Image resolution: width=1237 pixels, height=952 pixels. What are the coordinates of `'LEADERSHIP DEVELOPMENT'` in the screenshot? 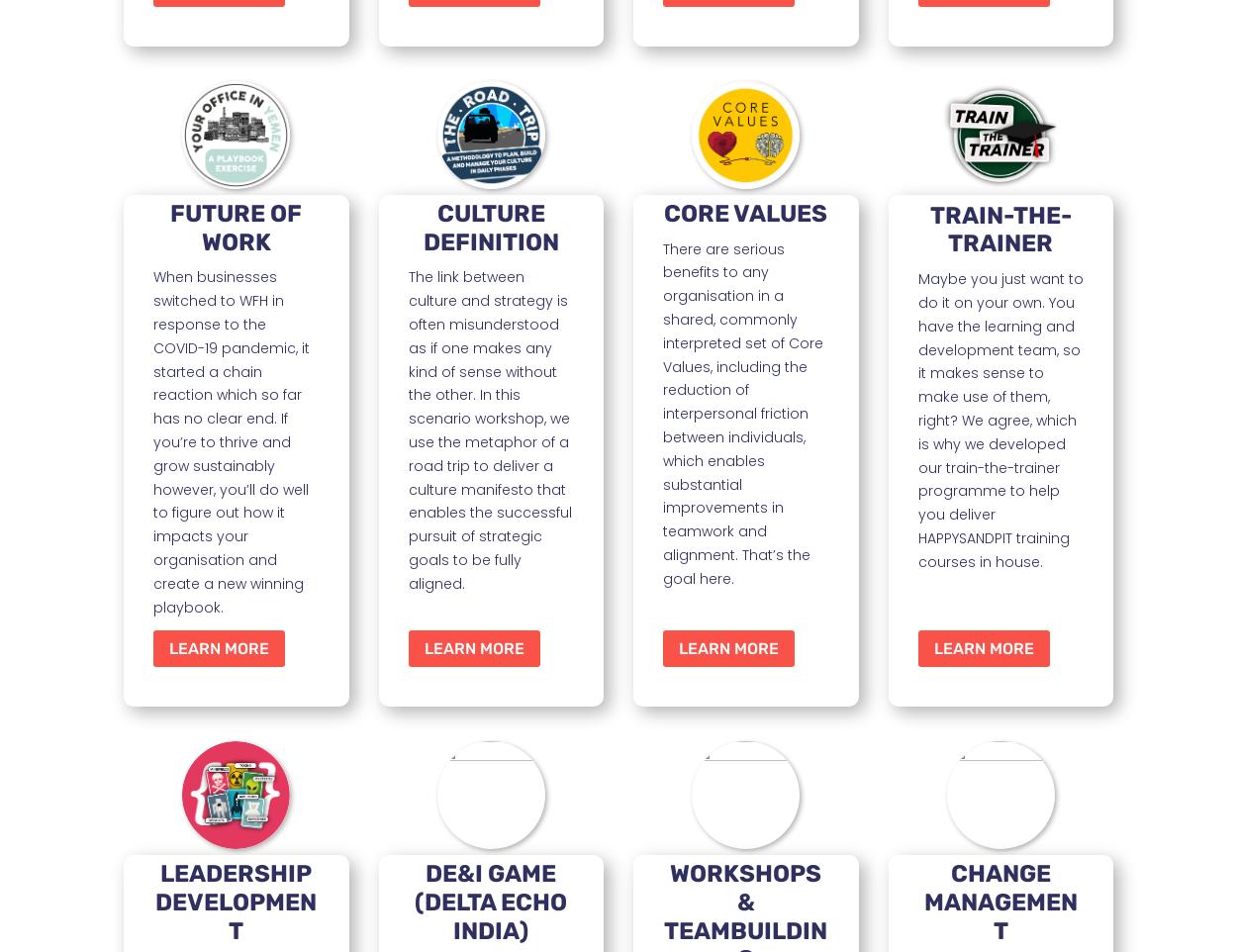 It's located at (235, 901).